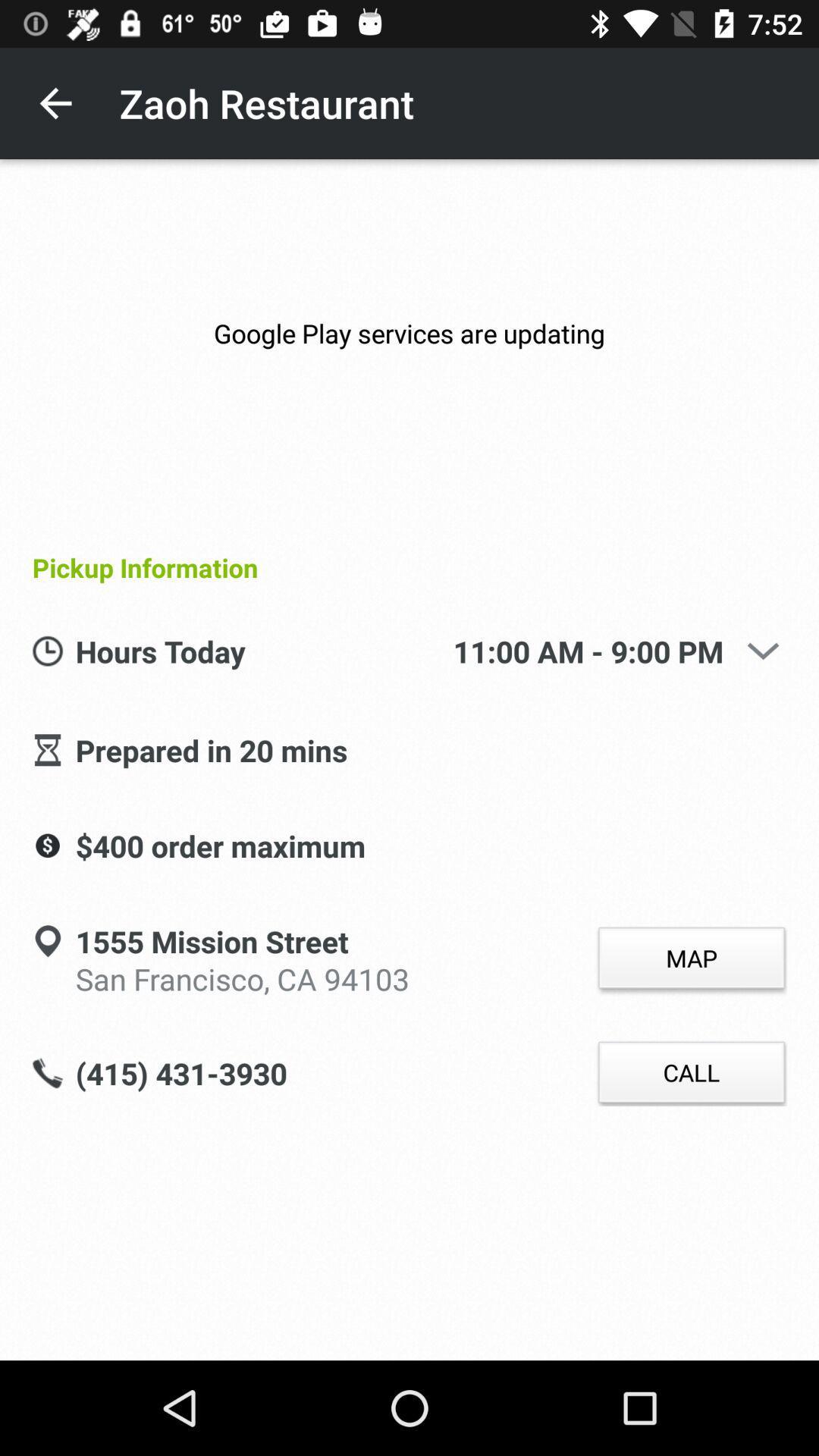 This screenshot has height=1456, width=819. Describe the element at coordinates (220, 846) in the screenshot. I see `the icon below the prepared in 20` at that location.